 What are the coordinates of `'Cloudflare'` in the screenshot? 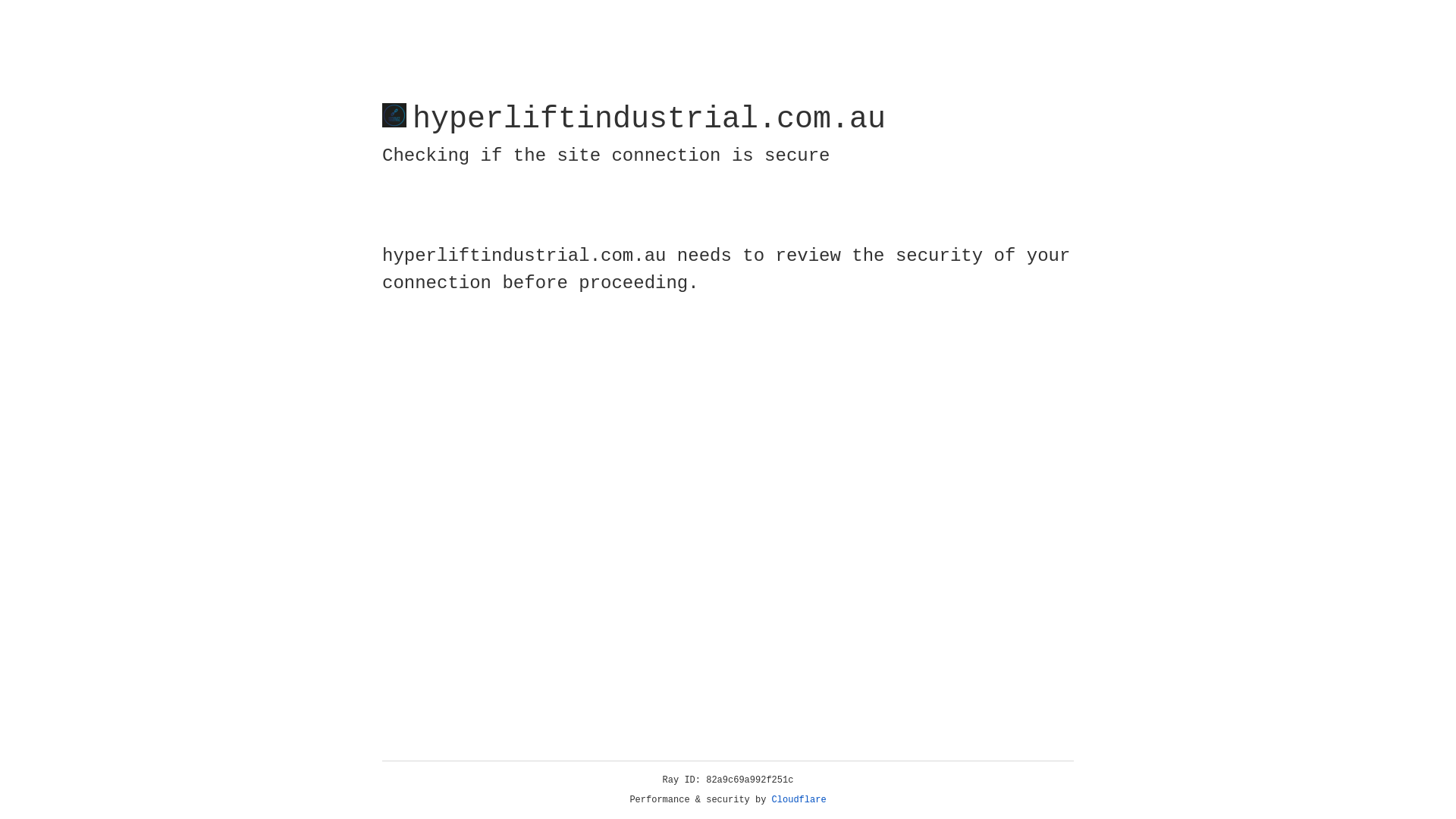 It's located at (771, 799).